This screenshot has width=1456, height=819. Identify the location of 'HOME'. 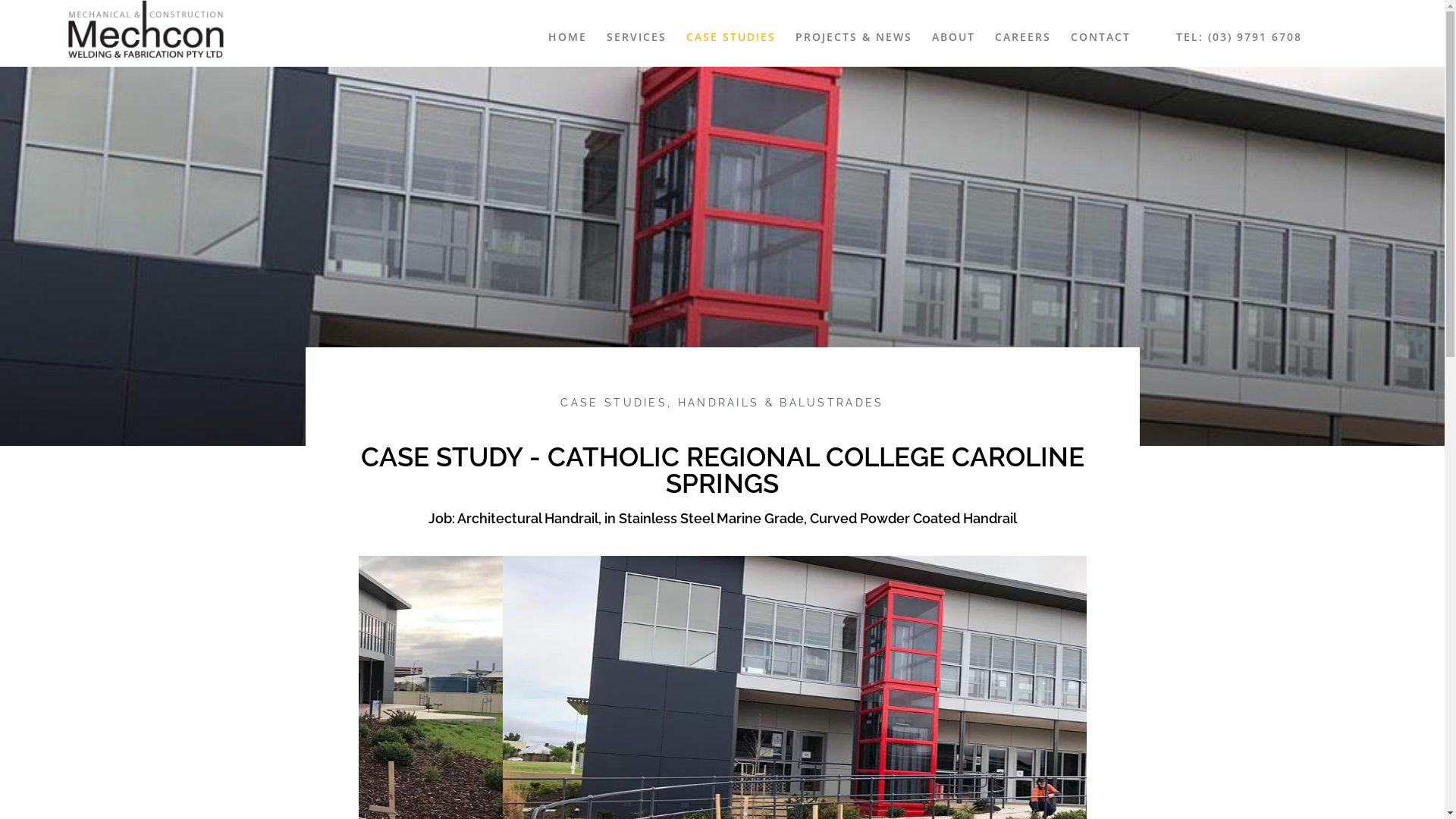
(566, 36).